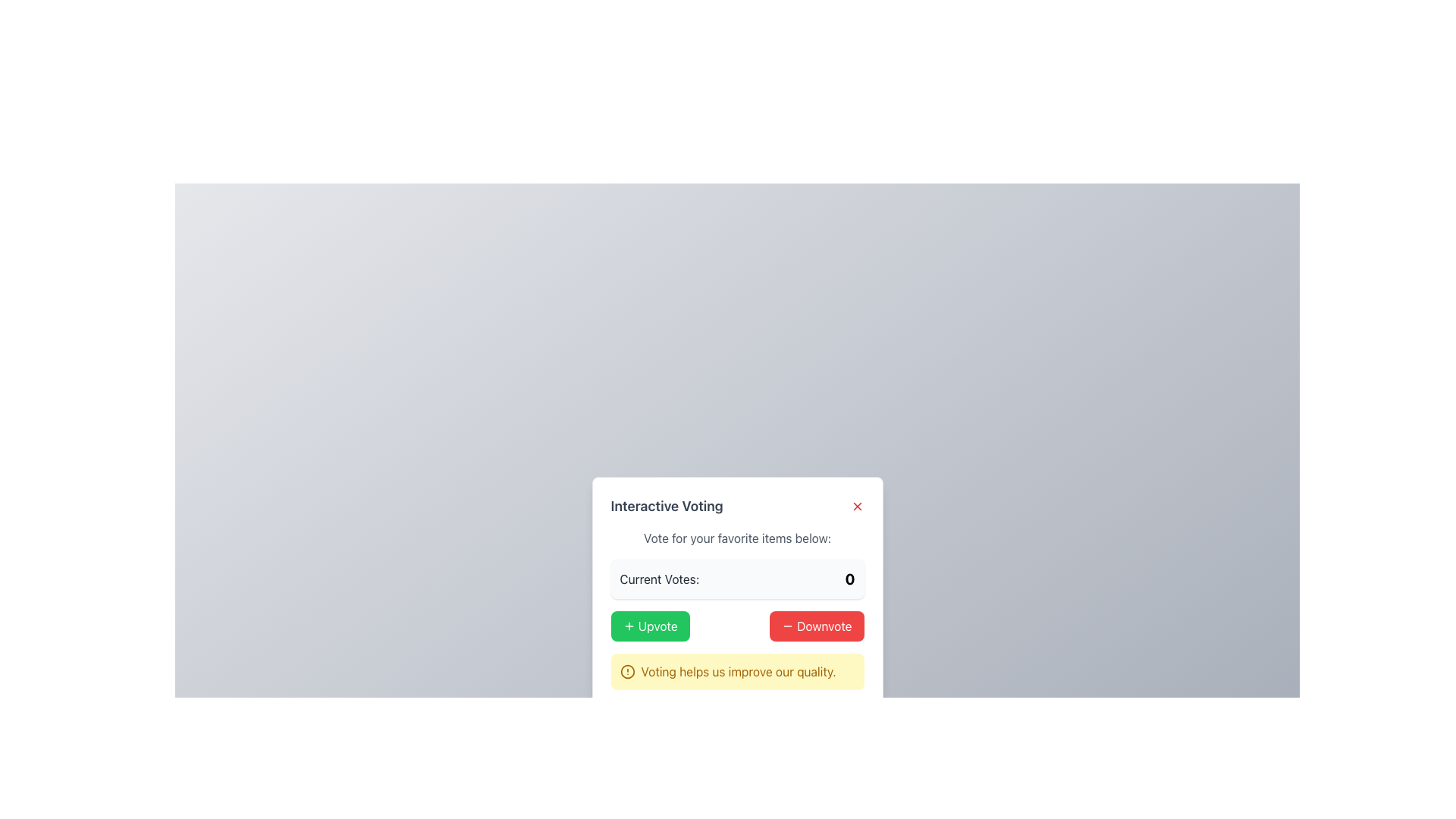 The image size is (1456, 819). Describe the element at coordinates (786, 626) in the screenshot. I see `the minus icon inside the red 'Downvote' button located on the right side of the interface` at that location.